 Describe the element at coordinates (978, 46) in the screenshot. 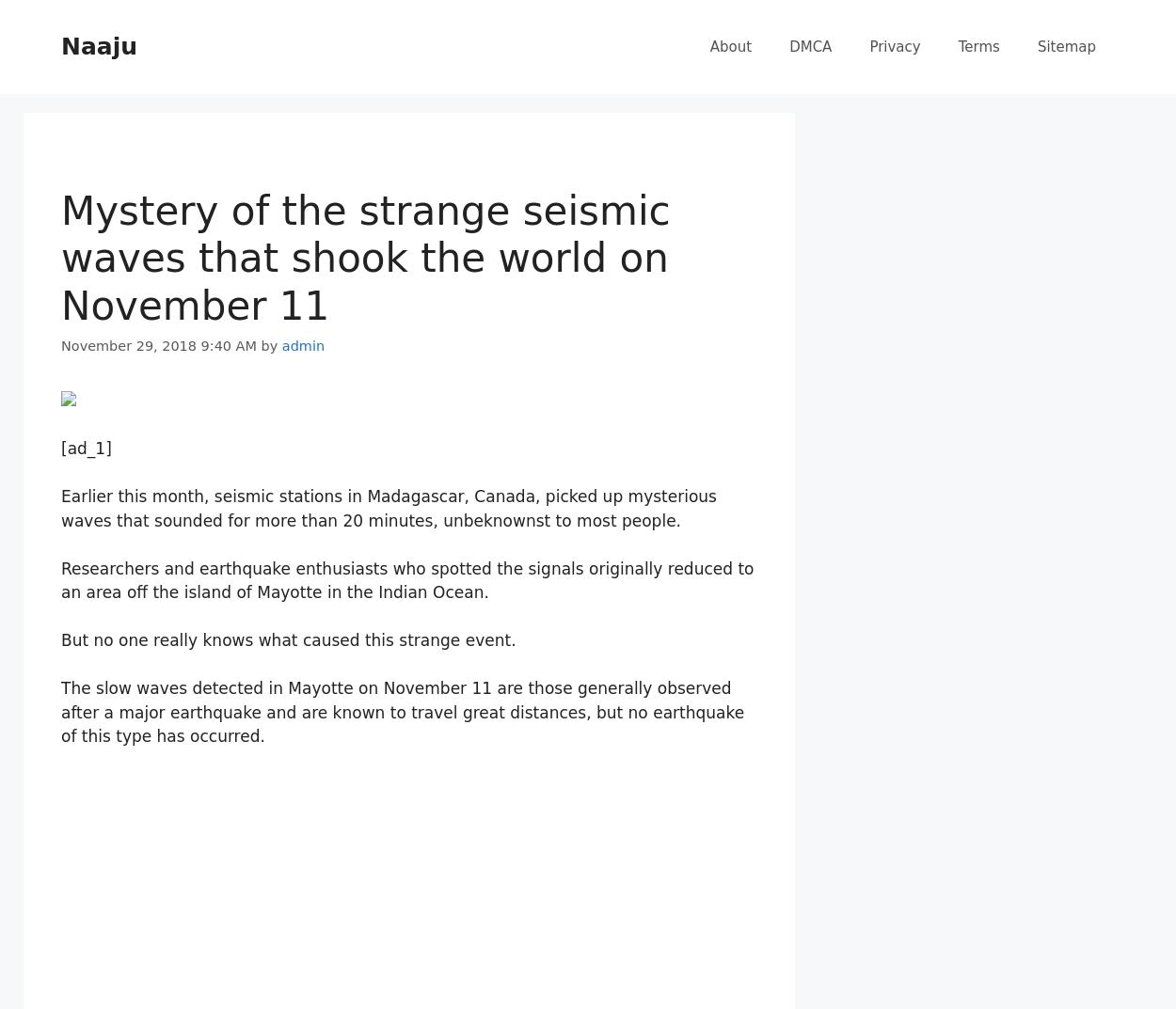

I see `'Terms'` at that location.